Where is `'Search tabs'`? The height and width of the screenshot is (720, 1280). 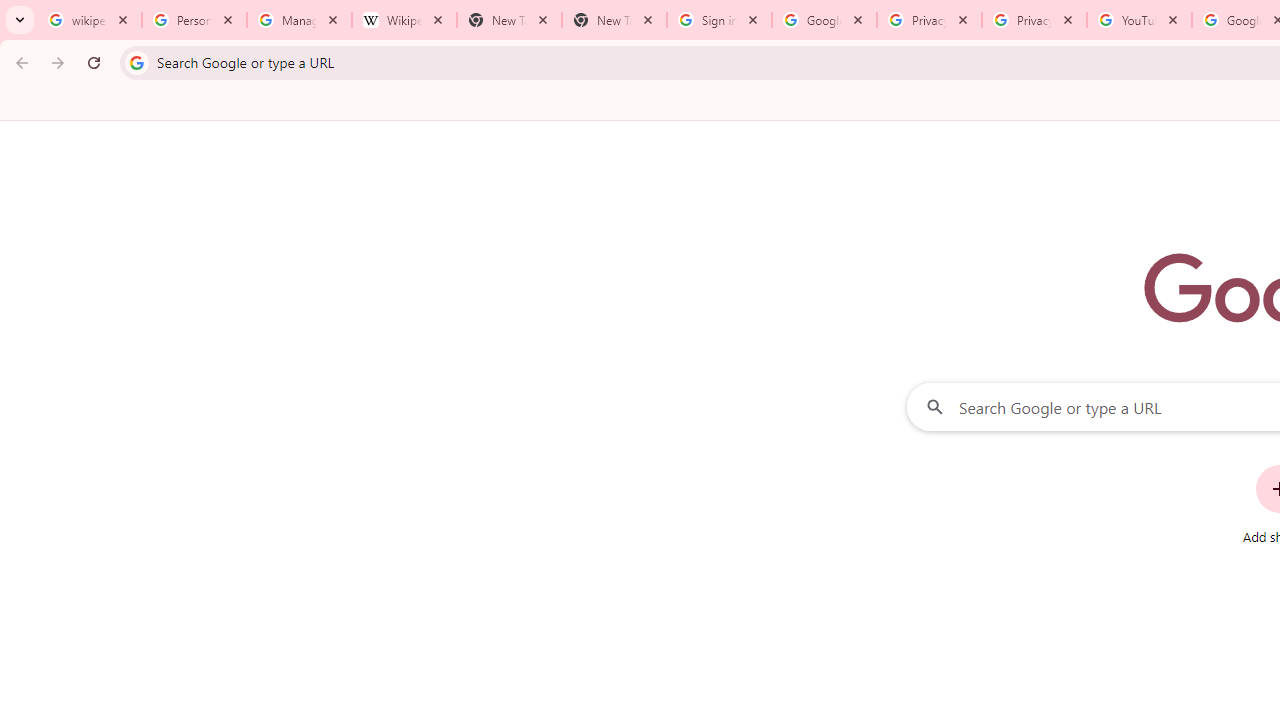
'Search tabs' is located at coordinates (20, 20).